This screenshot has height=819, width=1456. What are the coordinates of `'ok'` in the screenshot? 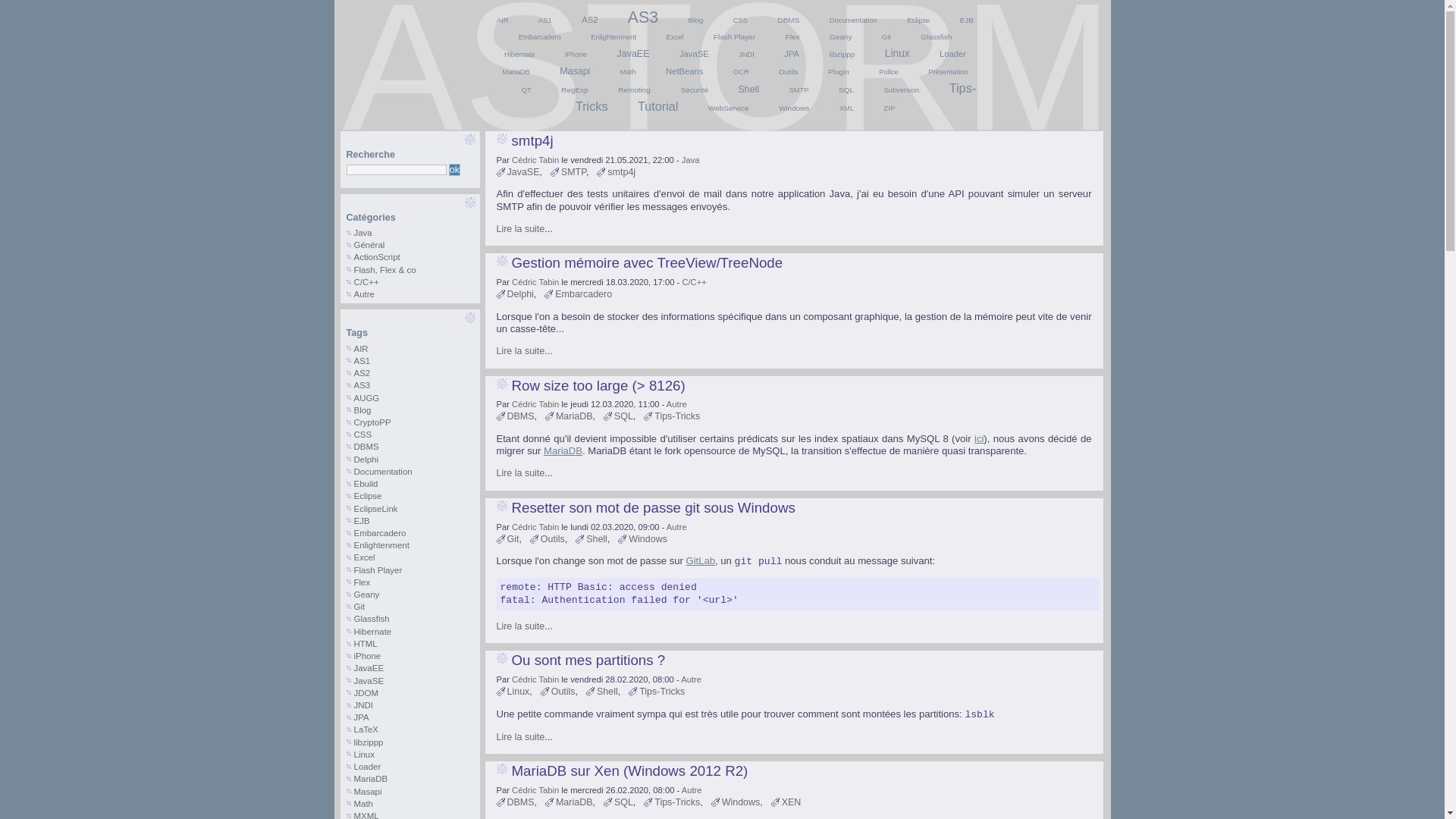 It's located at (453, 169).